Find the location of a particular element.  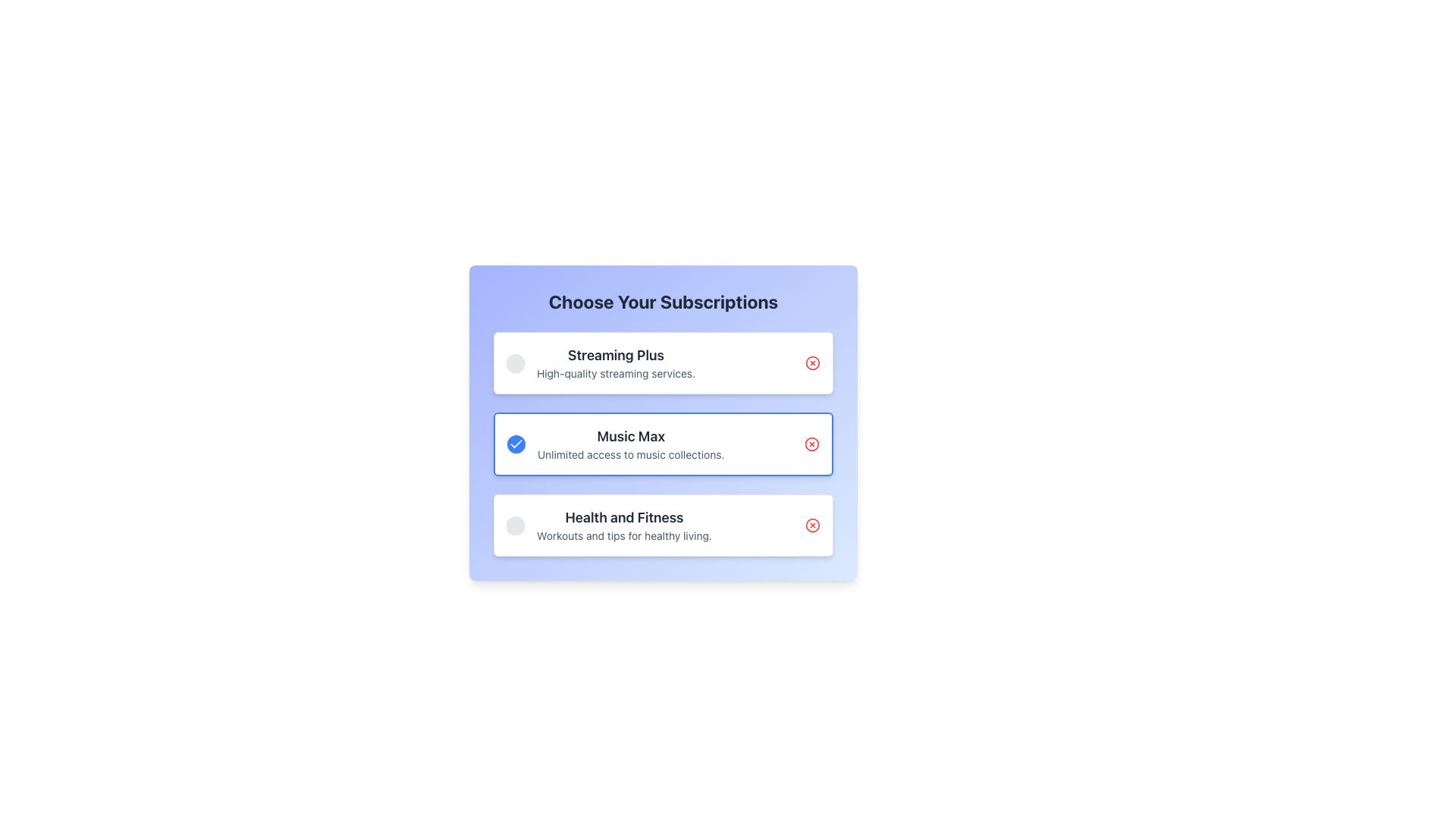

the static text block titled 'Health and Fitness' which features a prominent title and descriptive subtitle, located centrally at the bottom of the subscription plans list is located at coordinates (624, 525).